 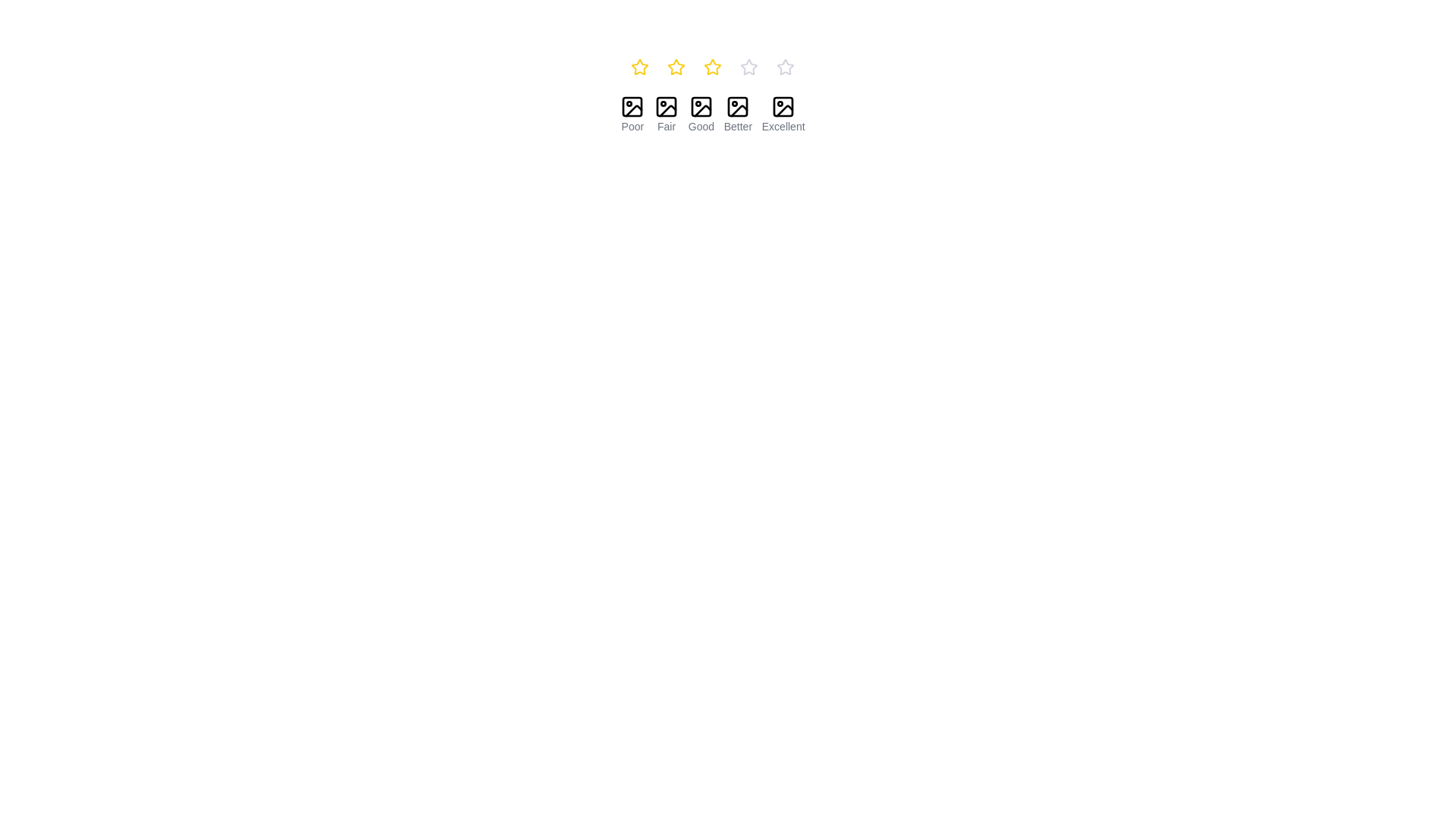 What do you see at coordinates (666, 106) in the screenshot?
I see `the 'Fair' rating graphical icon, which is the second icon in a row of five rating icons, located centrally below the second star icon above it` at bounding box center [666, 106].